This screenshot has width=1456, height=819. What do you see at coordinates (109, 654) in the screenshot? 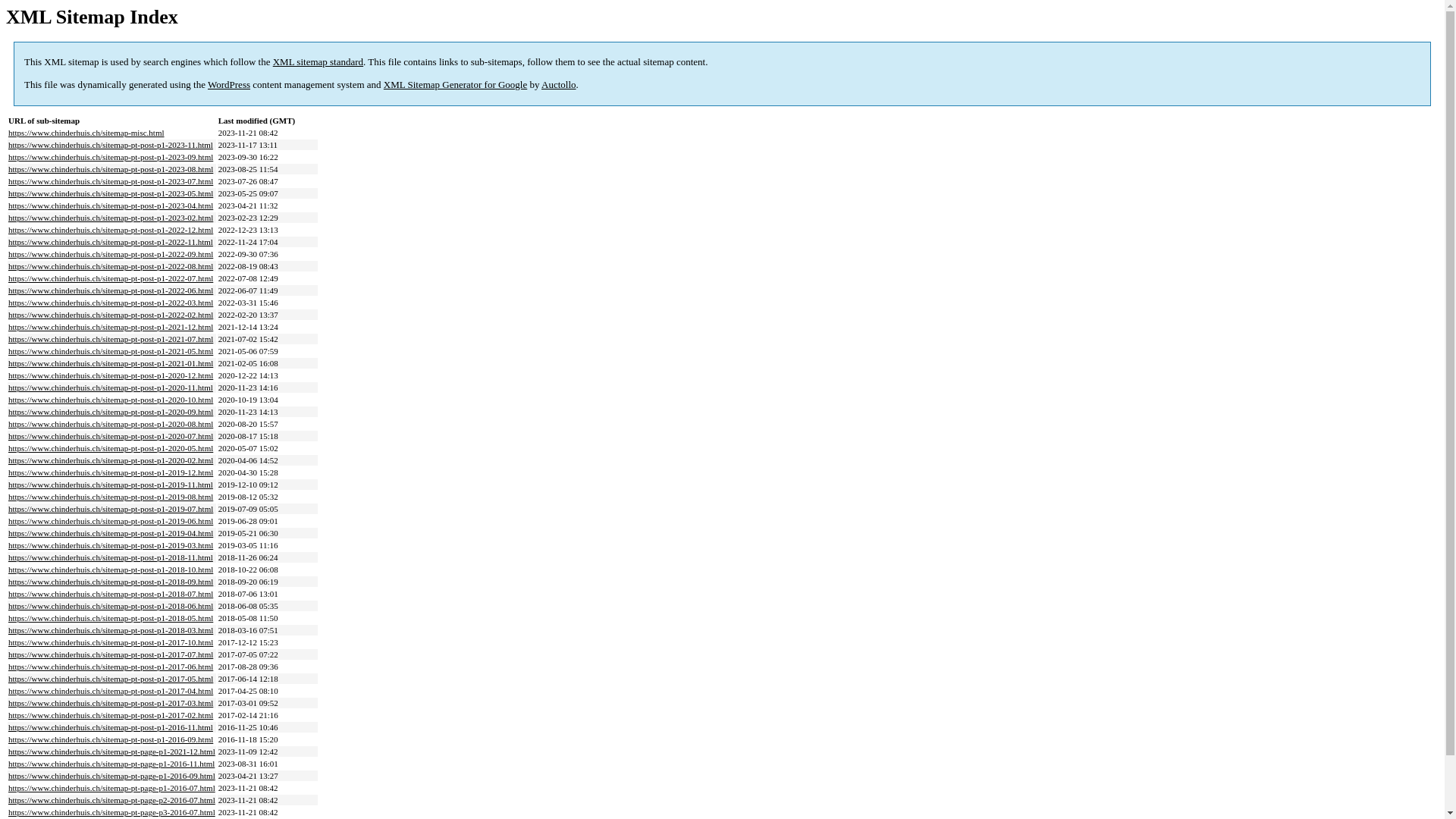
I see `'https://www.chinderhuis.ch/sitemap-pt-post-p1-2017-07.html'` at bounding box center [109, 654].